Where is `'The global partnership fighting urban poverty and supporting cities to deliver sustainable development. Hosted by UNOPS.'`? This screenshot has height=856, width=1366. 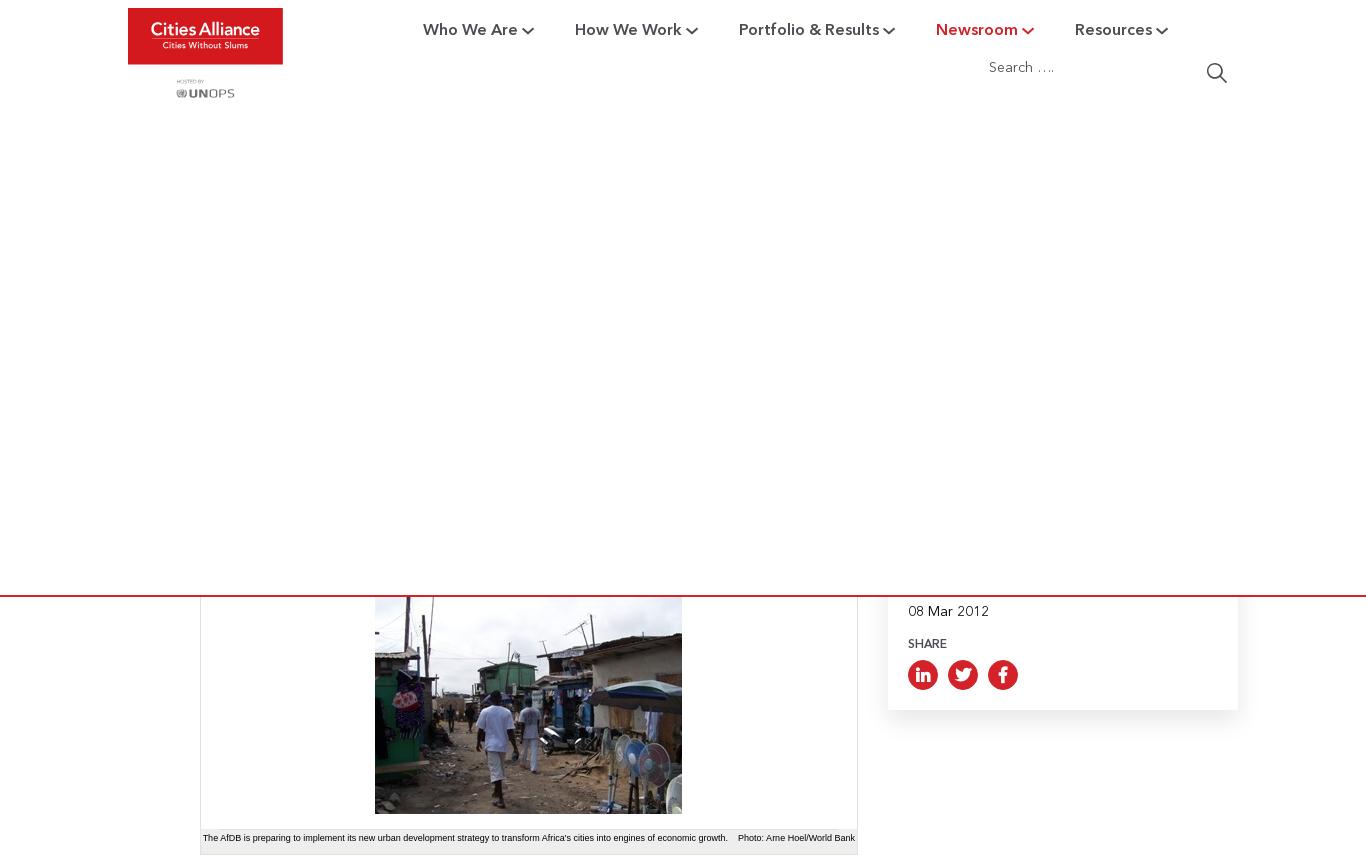
'The global partnership fighting urban poverty and supporting cities to deliver sustainable development. Hosted by UNOPS.' is located at coordinates (294, 211).